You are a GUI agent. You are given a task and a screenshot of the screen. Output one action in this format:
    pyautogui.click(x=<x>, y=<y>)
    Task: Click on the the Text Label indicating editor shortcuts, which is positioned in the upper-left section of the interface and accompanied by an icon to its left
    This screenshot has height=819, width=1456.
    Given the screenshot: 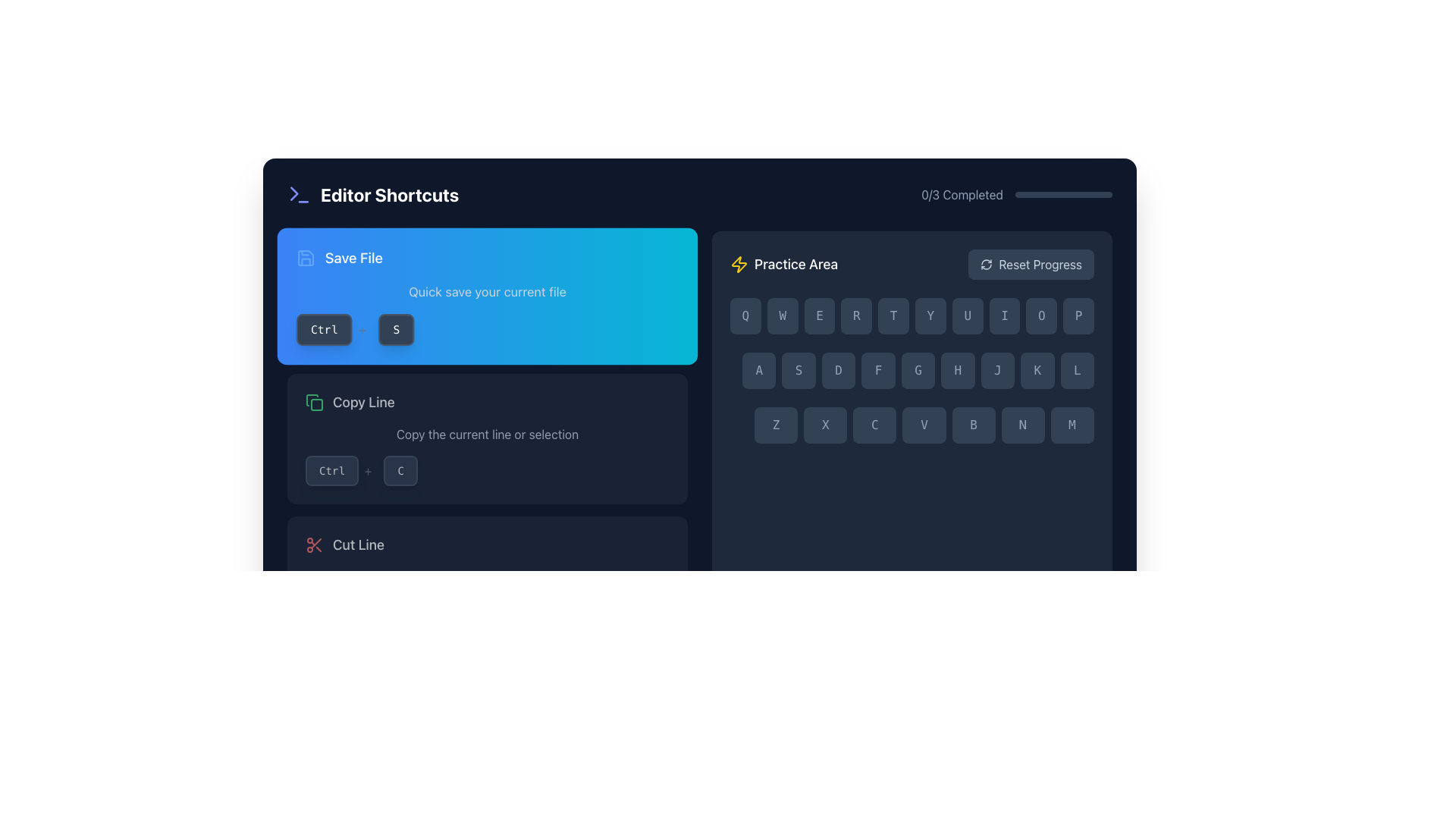 What is the action you would take?
    pyautogui.click(x=390, y=194)
    